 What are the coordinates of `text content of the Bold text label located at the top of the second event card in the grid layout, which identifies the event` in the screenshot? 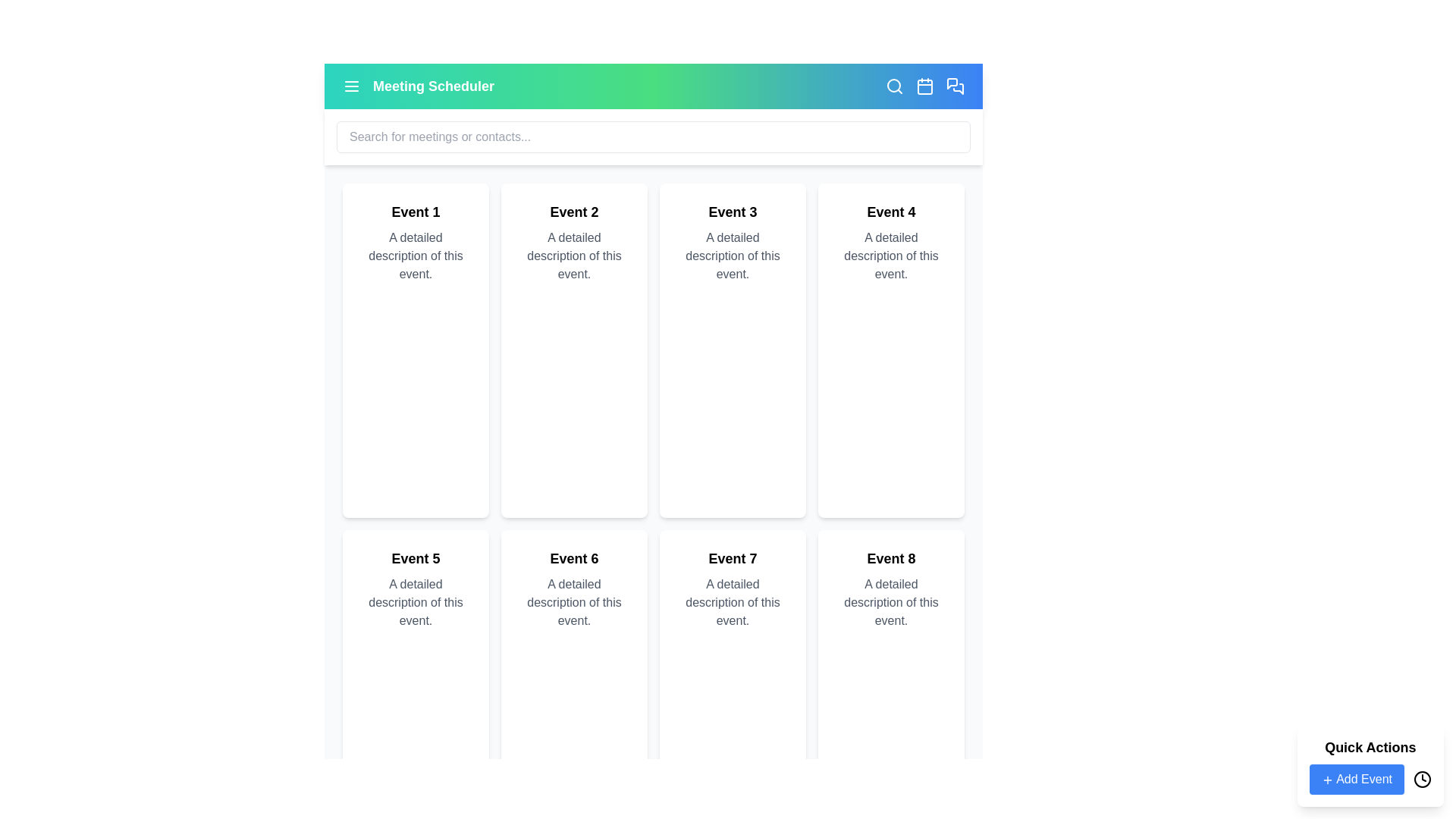 It's located at (573, 212).